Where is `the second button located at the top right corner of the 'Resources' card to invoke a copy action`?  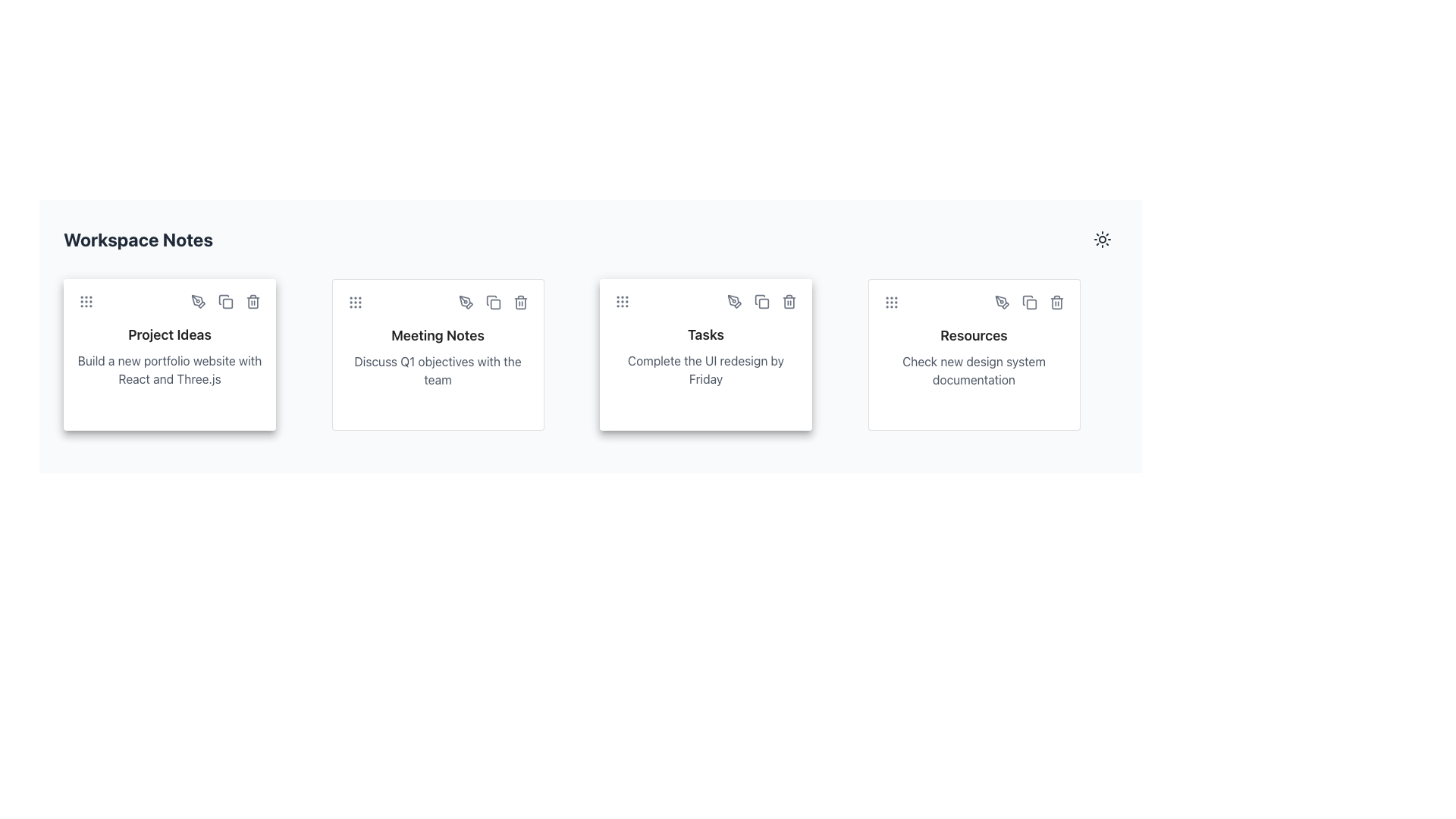 the second button located at the top right corner of the 'Resources' card to invoke a copy action is located at coordinates (1029, 302).